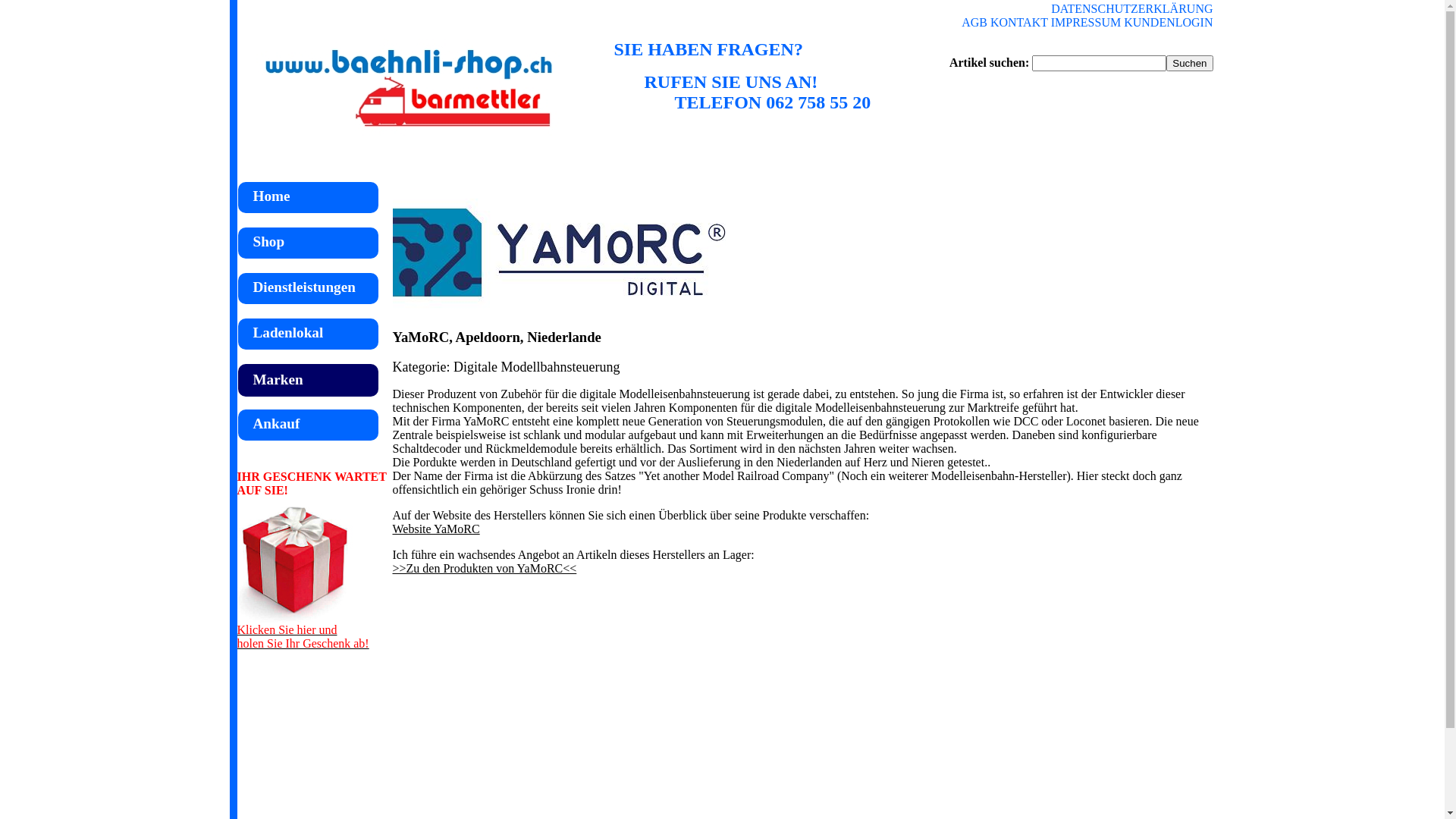  What do you see at coordinates (1167, 22) in the screenshot?
I see `'KUNDENLOGIN'` at bounding box center [1167, 22].